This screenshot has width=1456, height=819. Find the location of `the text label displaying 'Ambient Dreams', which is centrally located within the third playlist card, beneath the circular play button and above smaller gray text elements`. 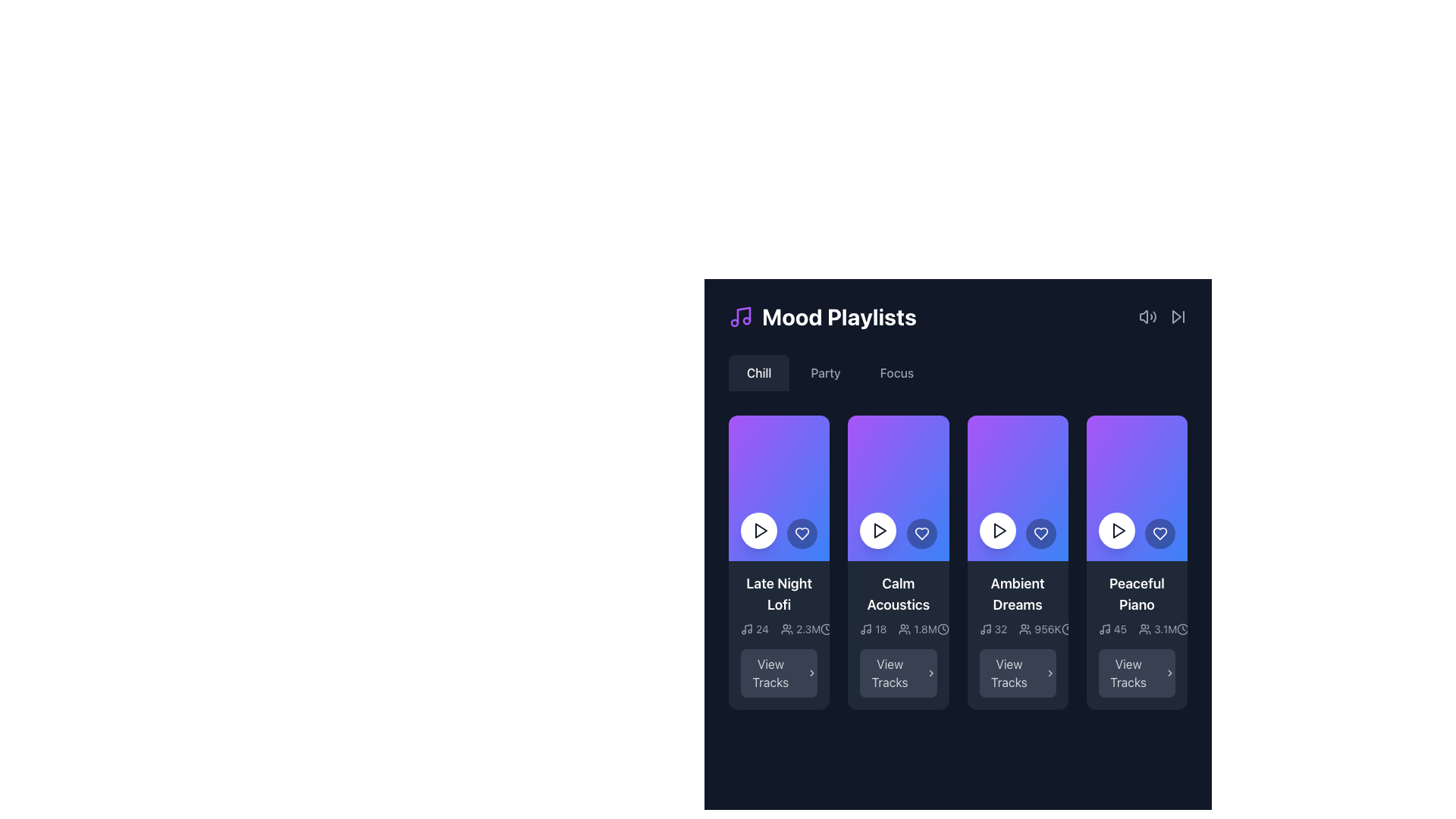

the text label displaying 'Ambient Dreams', which is centrally located within the third playlist card, beneath the circular play button and above smaller gray text elements is located at coordinates (1018, 593).